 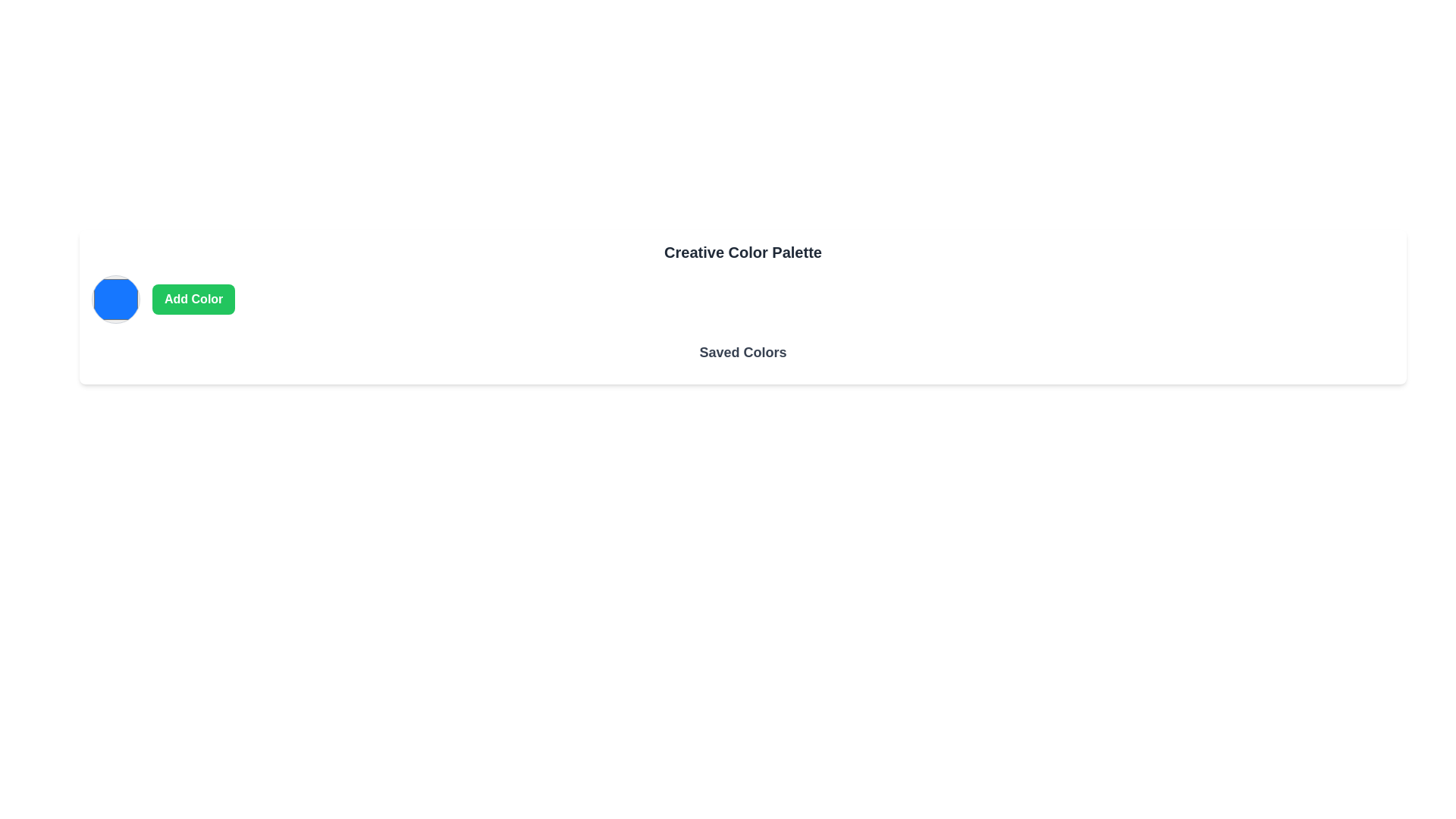 What do you see at coordinates (742, 251) in the screenshot?
I see `the text label styled with bold, extra-large font that reads 'Creative Color Palette', located at the top of its card layout` at bounding box center [742, 251].